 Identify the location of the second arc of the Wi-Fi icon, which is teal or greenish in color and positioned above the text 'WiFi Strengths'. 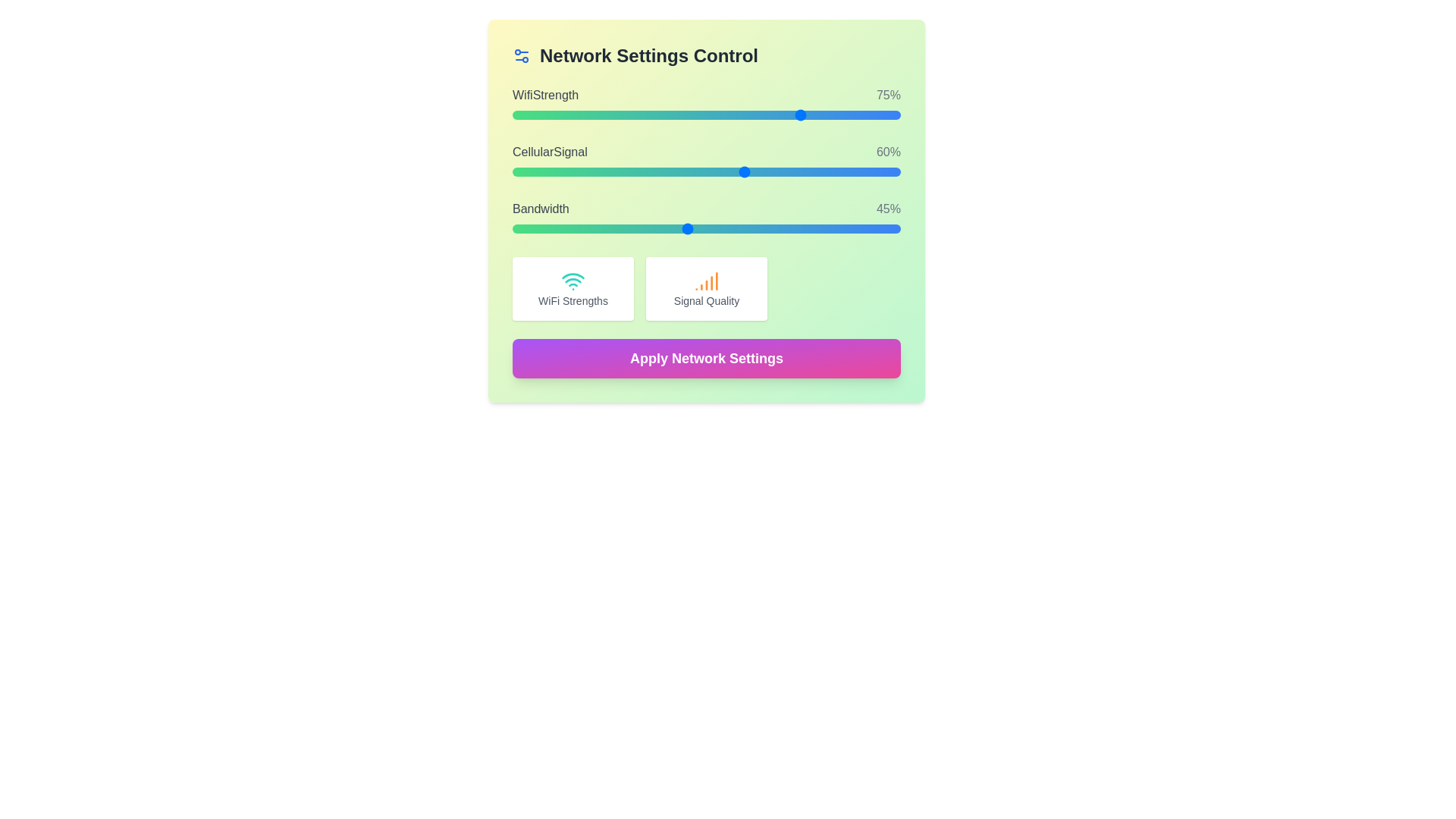
(572, 275).